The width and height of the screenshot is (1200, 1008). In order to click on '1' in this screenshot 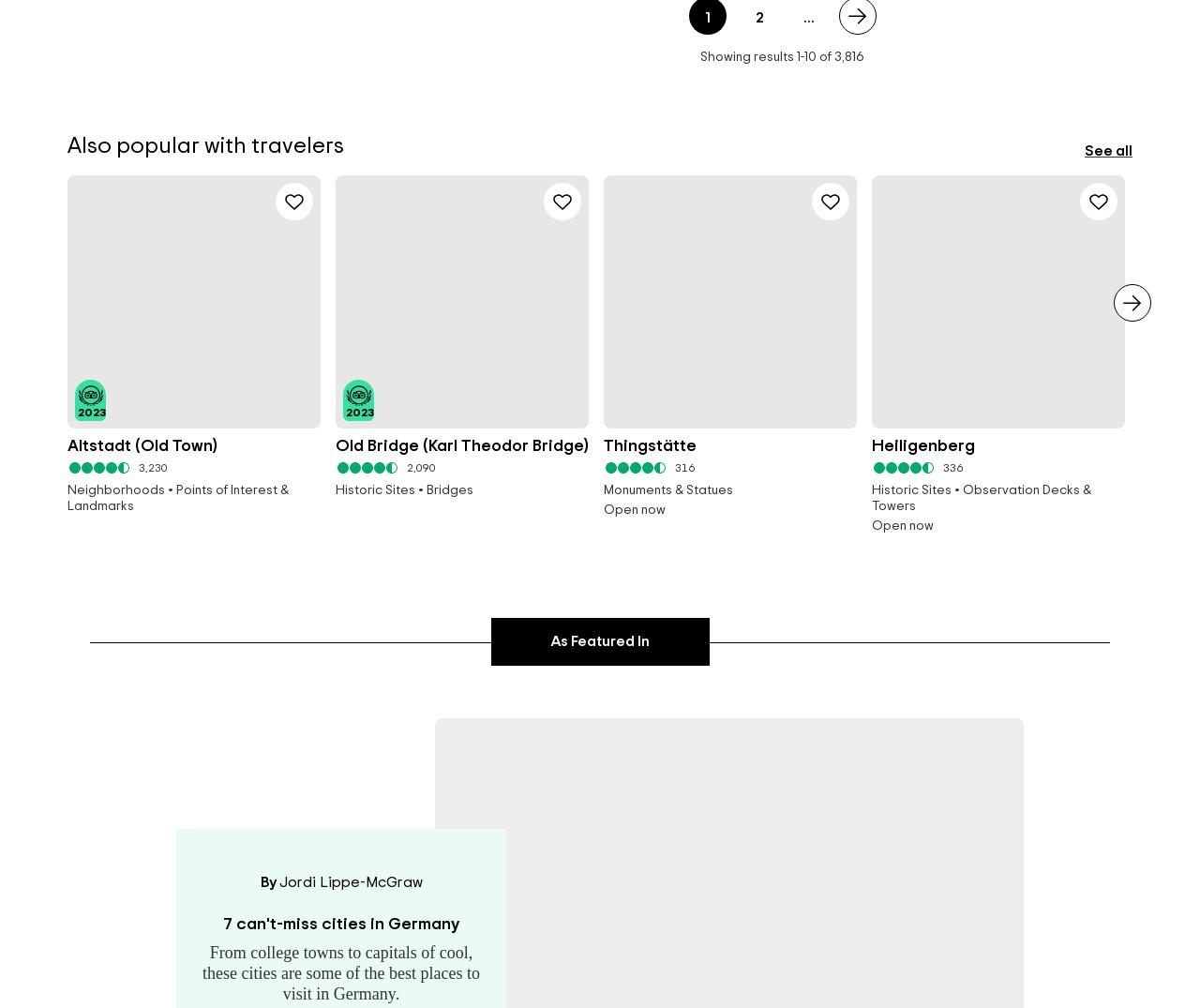, I will do `click(798, 56)`.